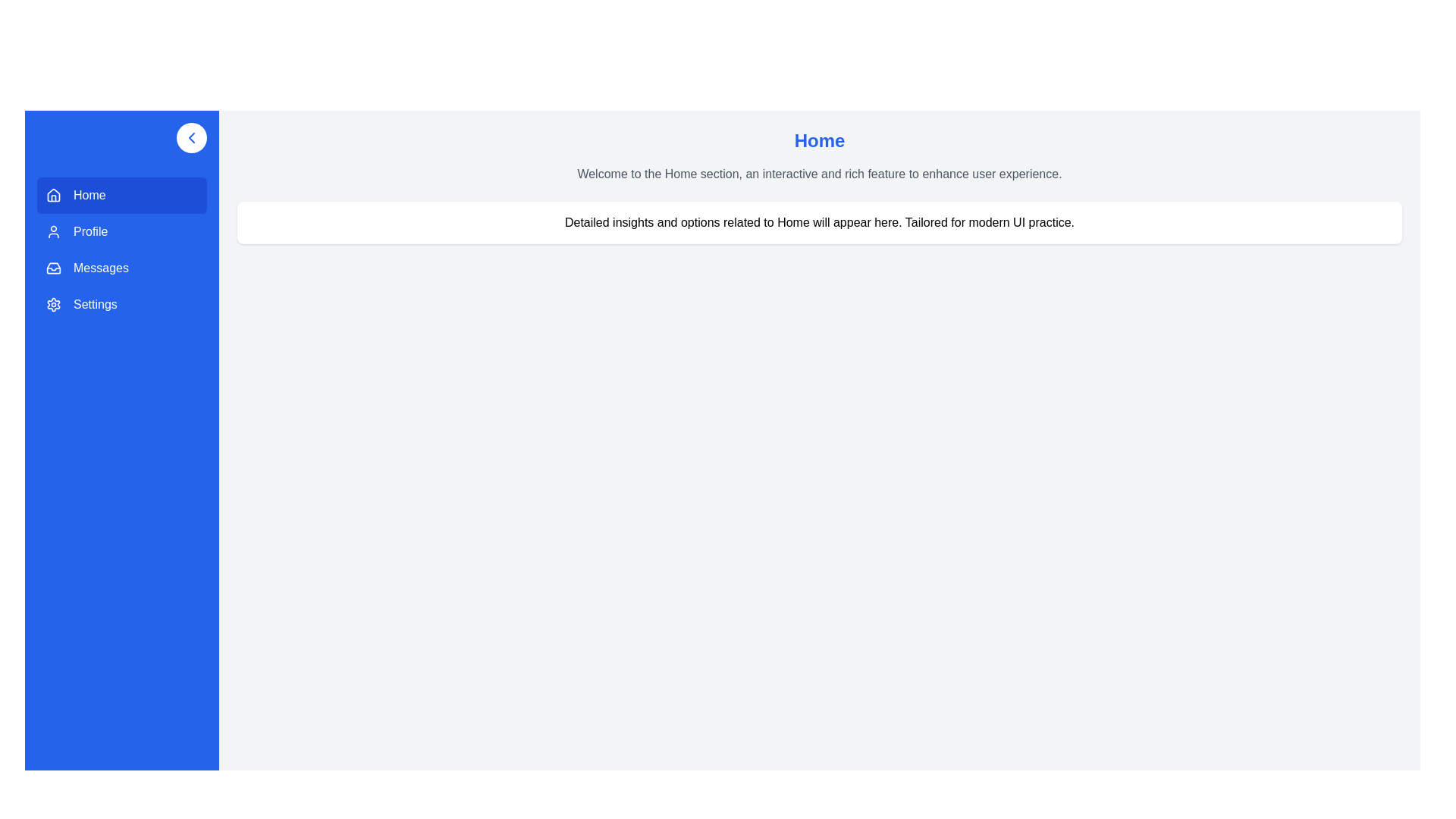 The image size is (1456, 819). I want to click on the menu item Profile to navigate to its section, so click(122, 231).